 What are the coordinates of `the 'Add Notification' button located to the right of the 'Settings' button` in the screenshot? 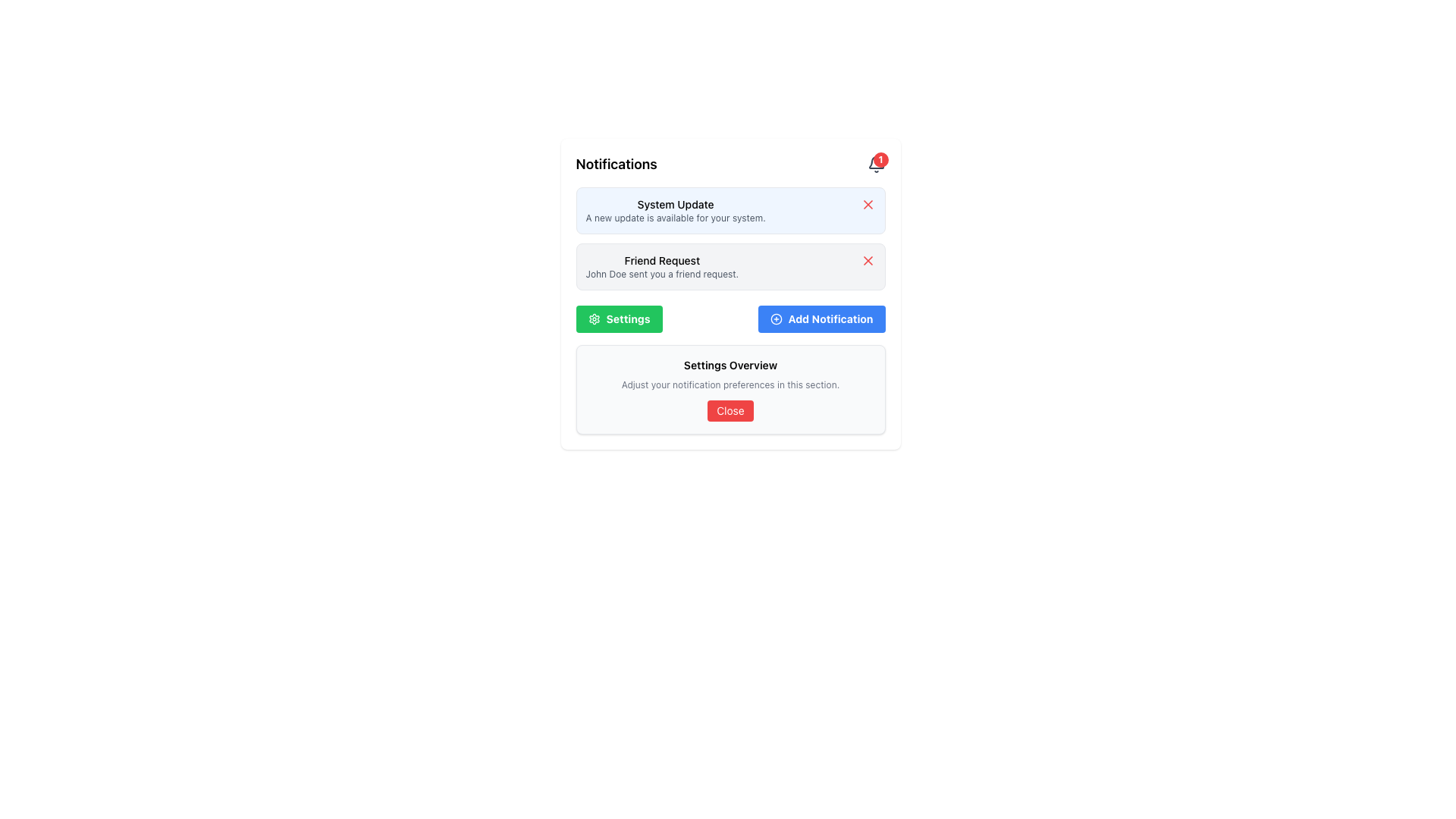 It's located at (821, 318).